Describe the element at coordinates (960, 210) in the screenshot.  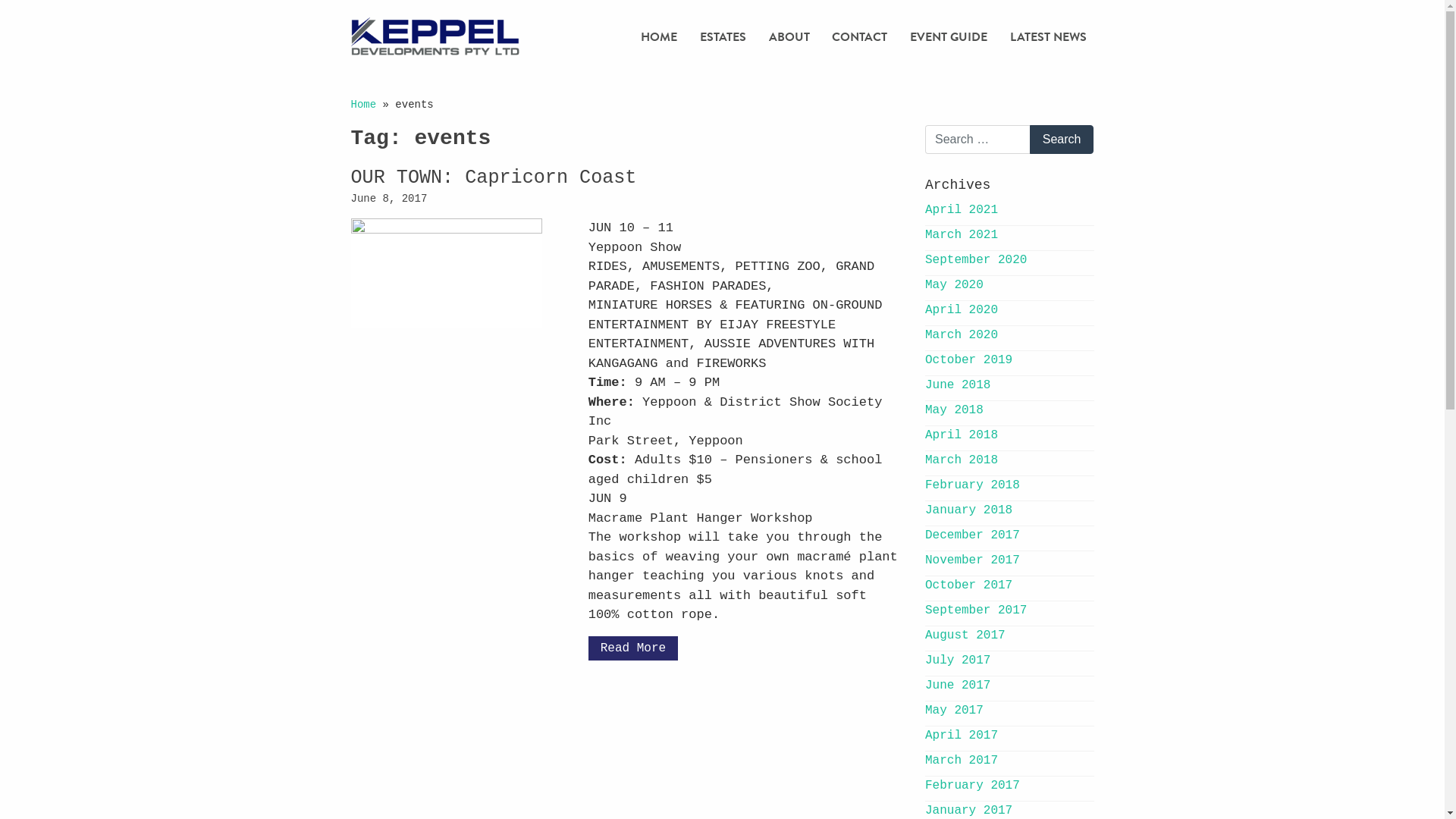
I see `'April 2021'` at that location.